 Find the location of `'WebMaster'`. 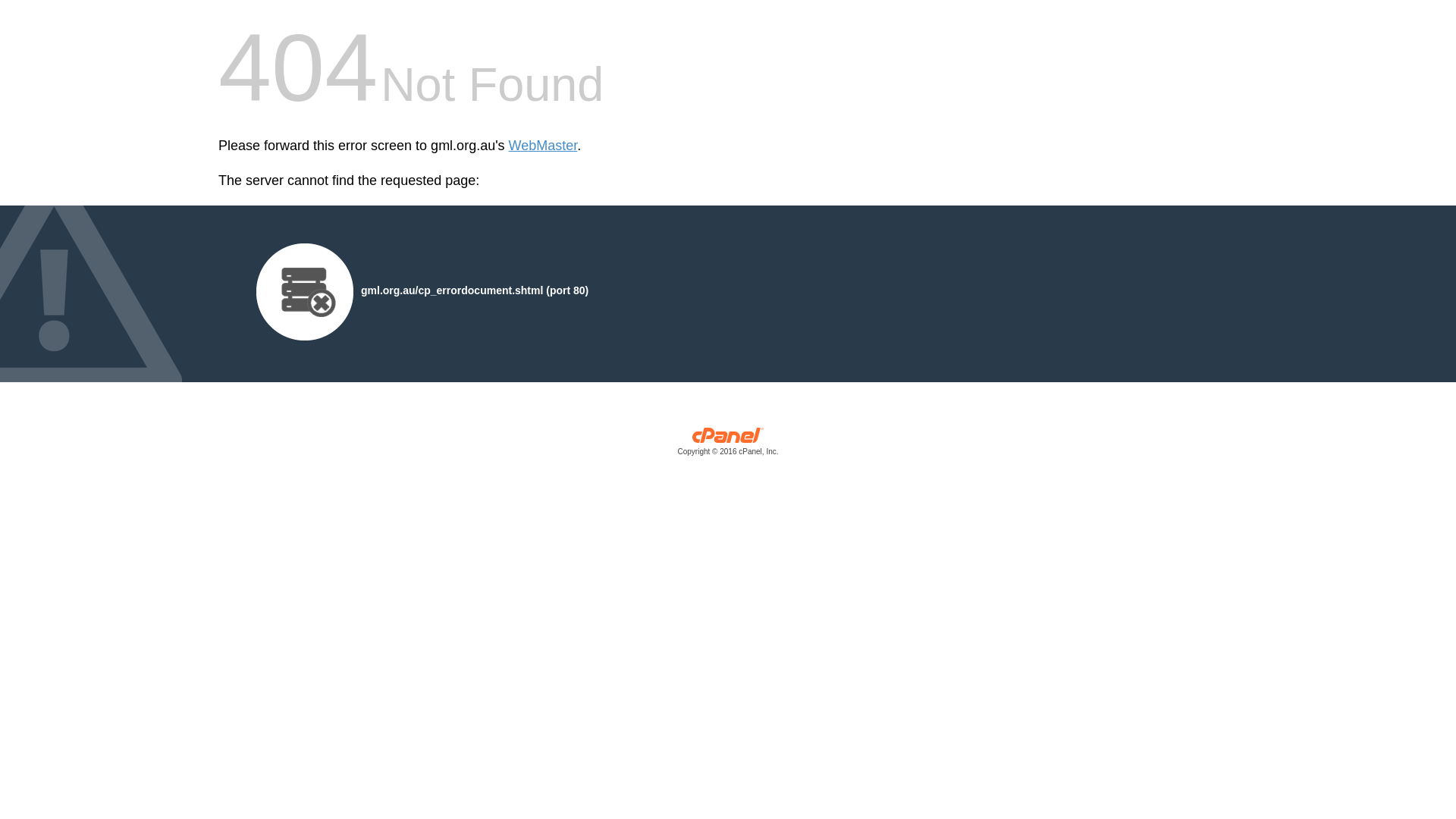

'WebMaster' is located at coordinates (543, 146).